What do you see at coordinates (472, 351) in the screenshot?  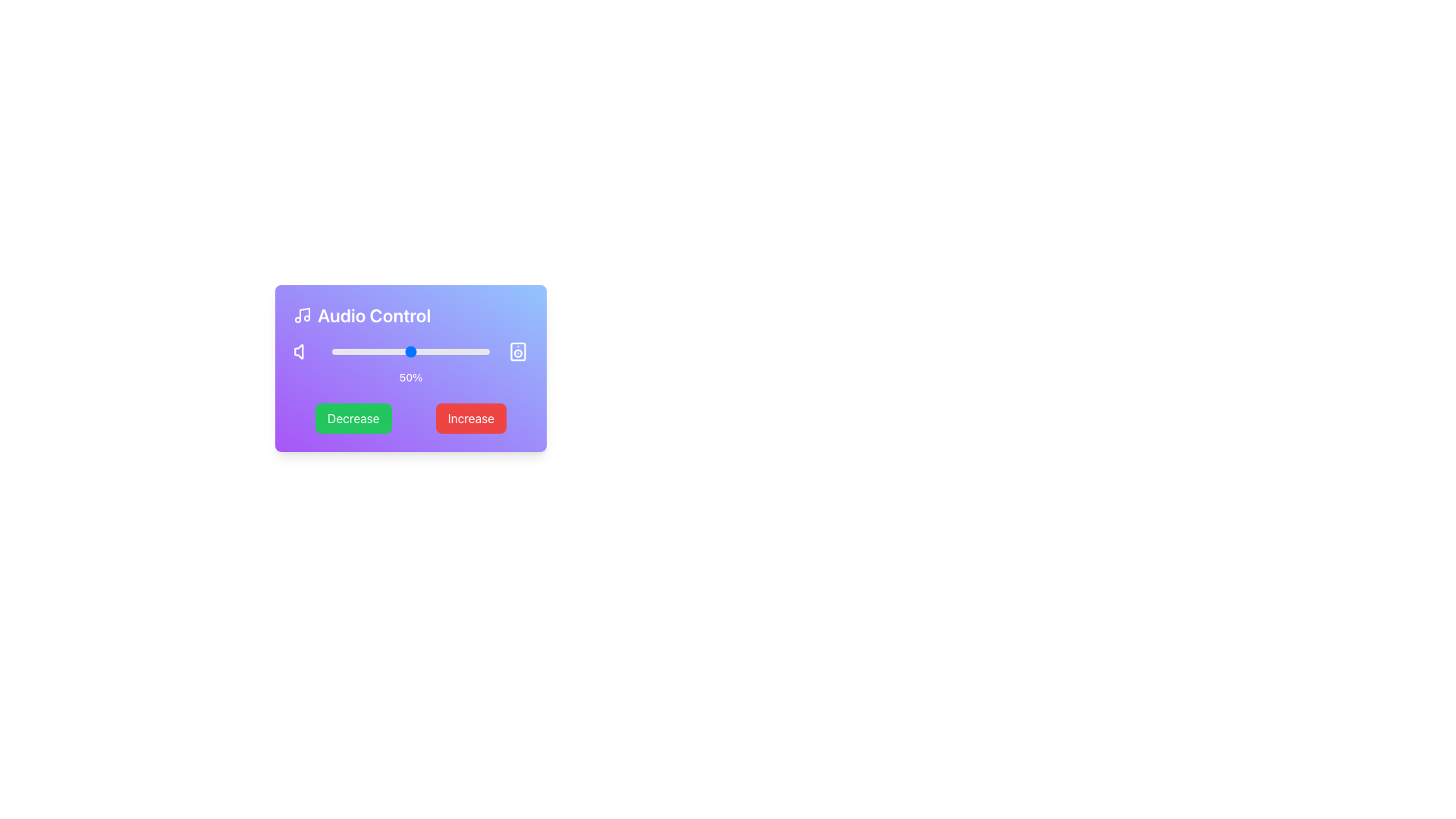 I see `volume` at bounding box center [472, 351].